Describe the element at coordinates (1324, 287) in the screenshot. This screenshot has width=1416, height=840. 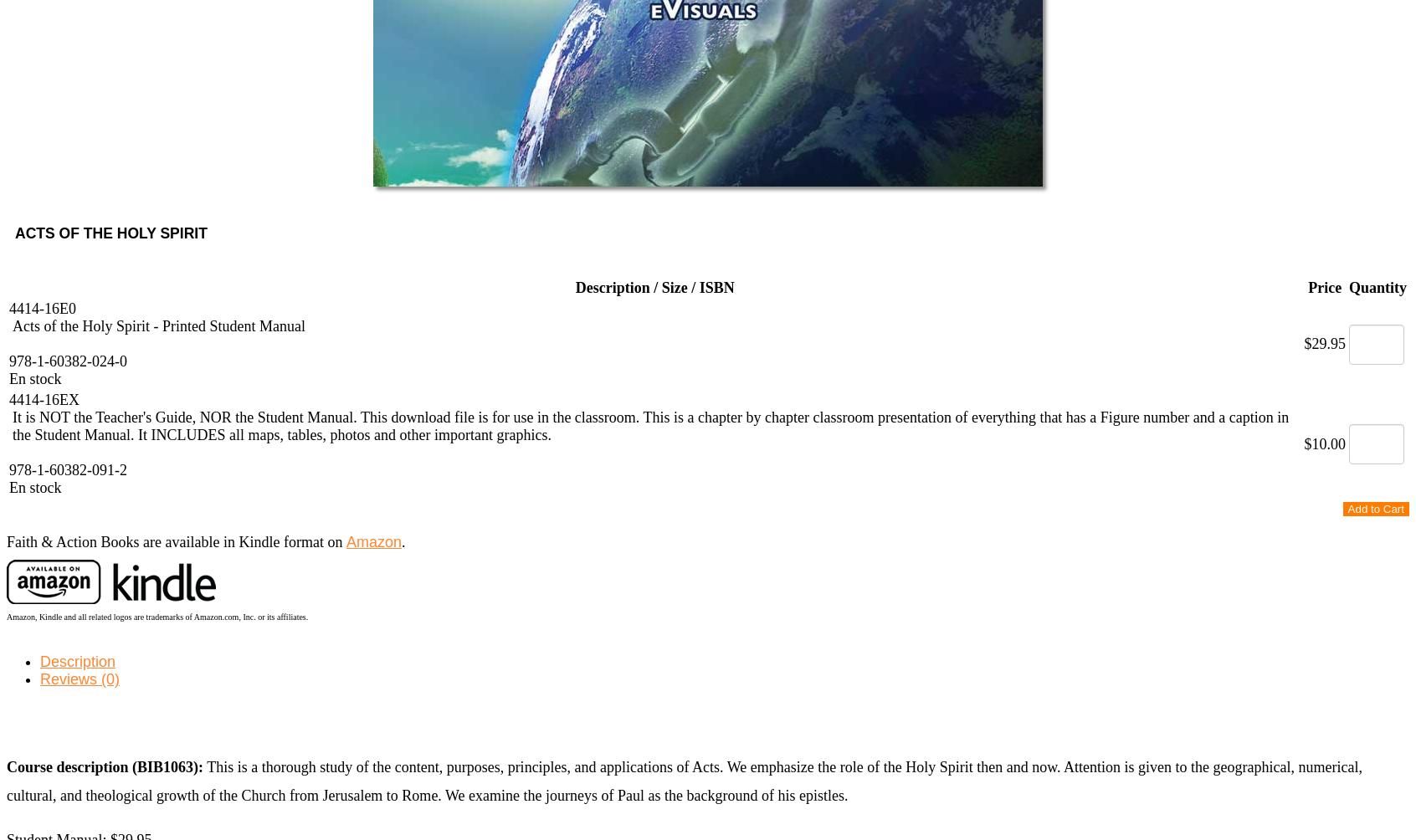
I see `'Price'` at that location.